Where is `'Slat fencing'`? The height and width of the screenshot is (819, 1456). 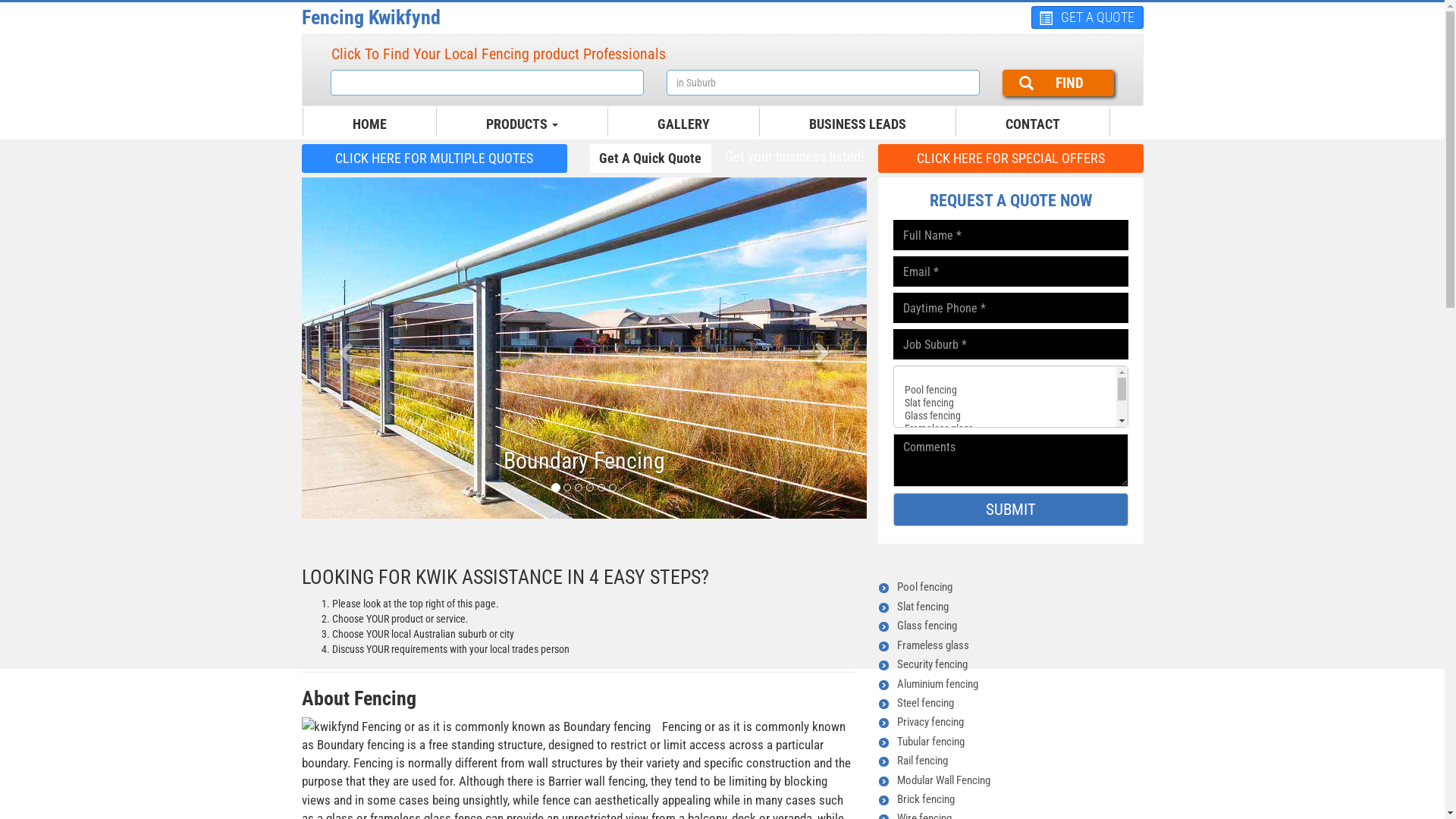
'Slat fencing' is located at coordinates (921, 605).